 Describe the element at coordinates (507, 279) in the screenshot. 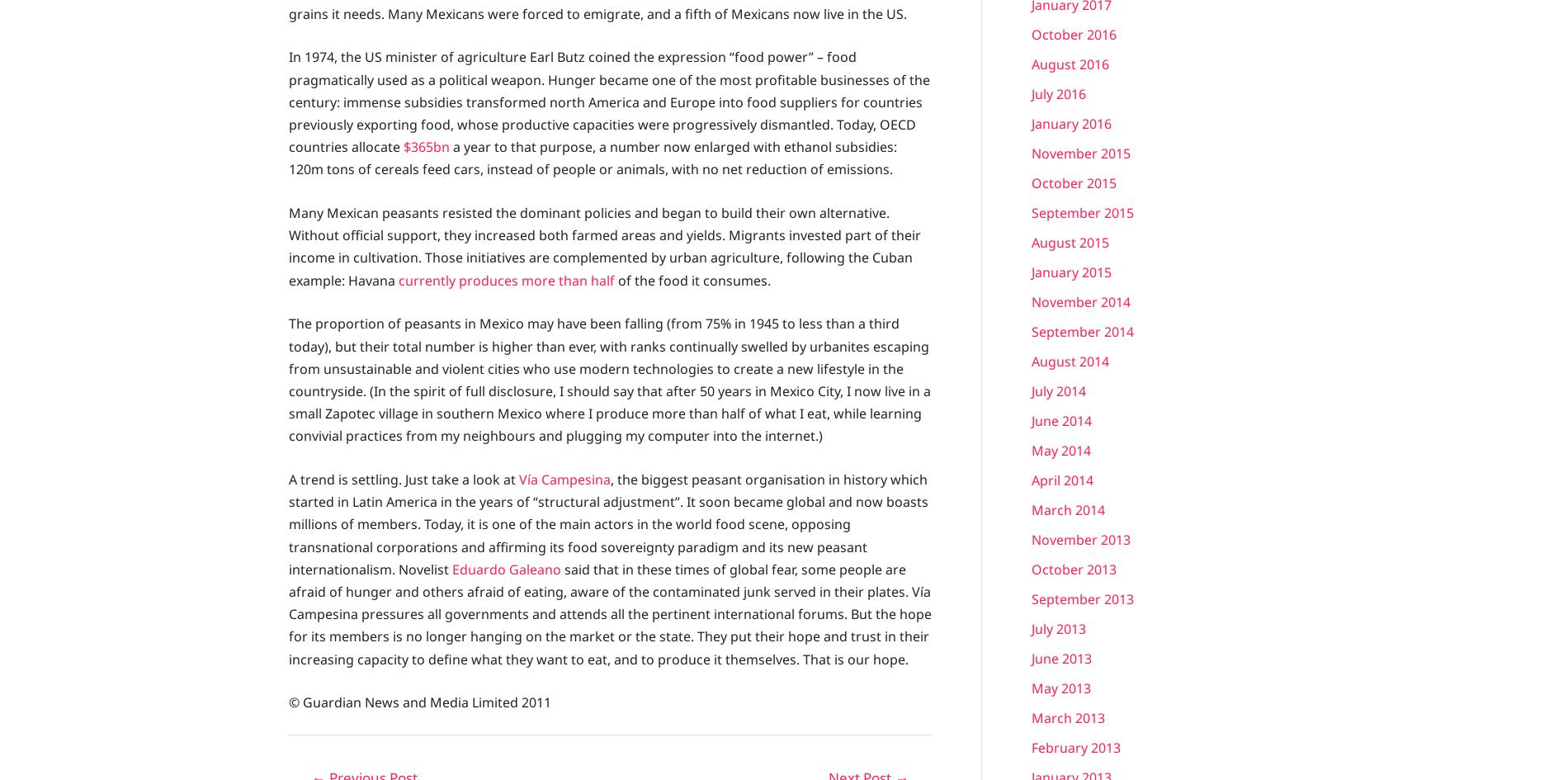

I see `'currently produces more than half'` at that location.